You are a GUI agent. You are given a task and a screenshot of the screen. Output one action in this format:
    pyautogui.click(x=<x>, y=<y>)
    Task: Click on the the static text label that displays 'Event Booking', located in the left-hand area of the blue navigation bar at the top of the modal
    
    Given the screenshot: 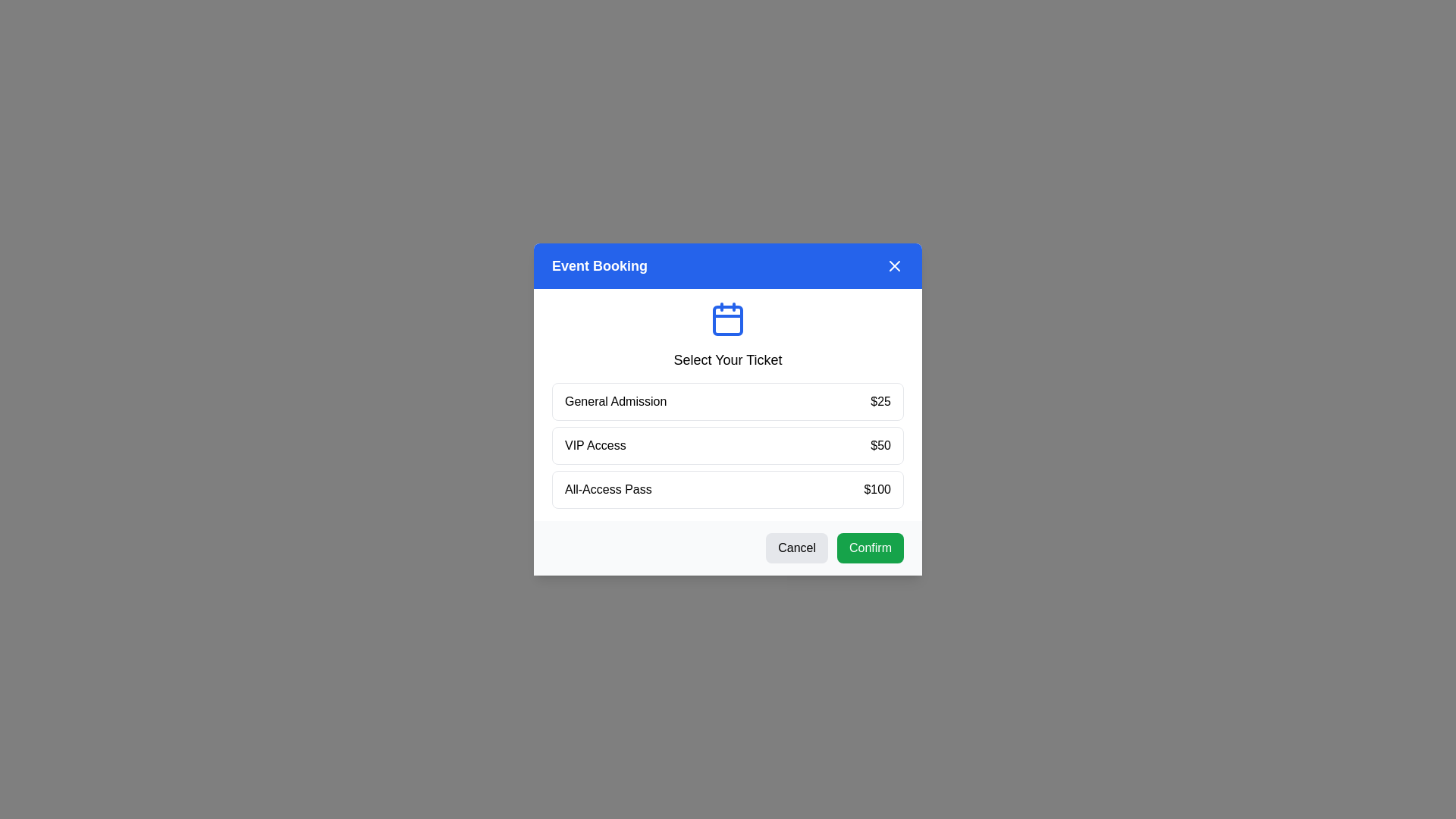 What is the action you would take?
    pyautogui.click(x=599, y=265)
    